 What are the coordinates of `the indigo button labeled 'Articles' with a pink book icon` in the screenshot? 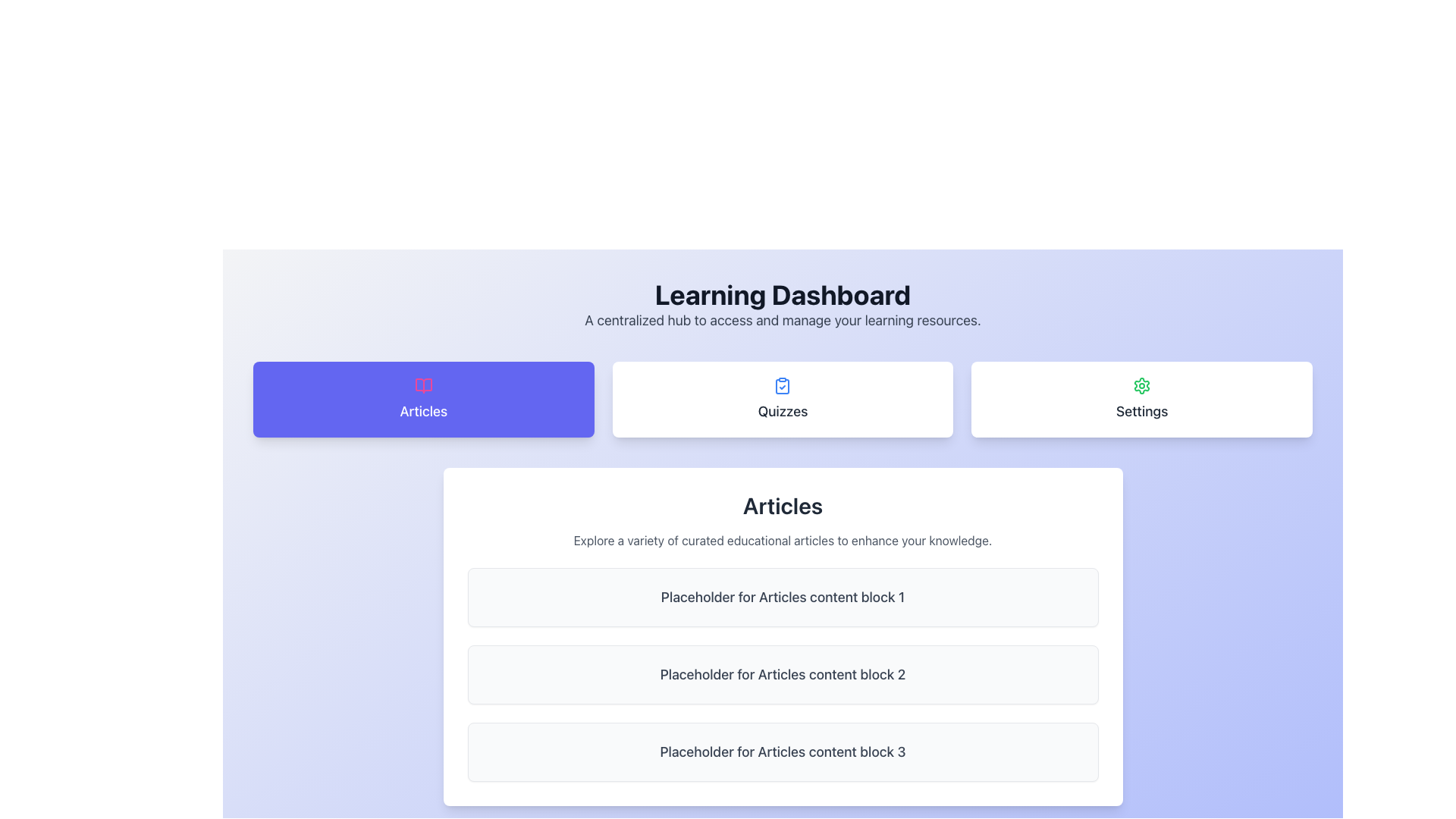 It's located at (423, 399).